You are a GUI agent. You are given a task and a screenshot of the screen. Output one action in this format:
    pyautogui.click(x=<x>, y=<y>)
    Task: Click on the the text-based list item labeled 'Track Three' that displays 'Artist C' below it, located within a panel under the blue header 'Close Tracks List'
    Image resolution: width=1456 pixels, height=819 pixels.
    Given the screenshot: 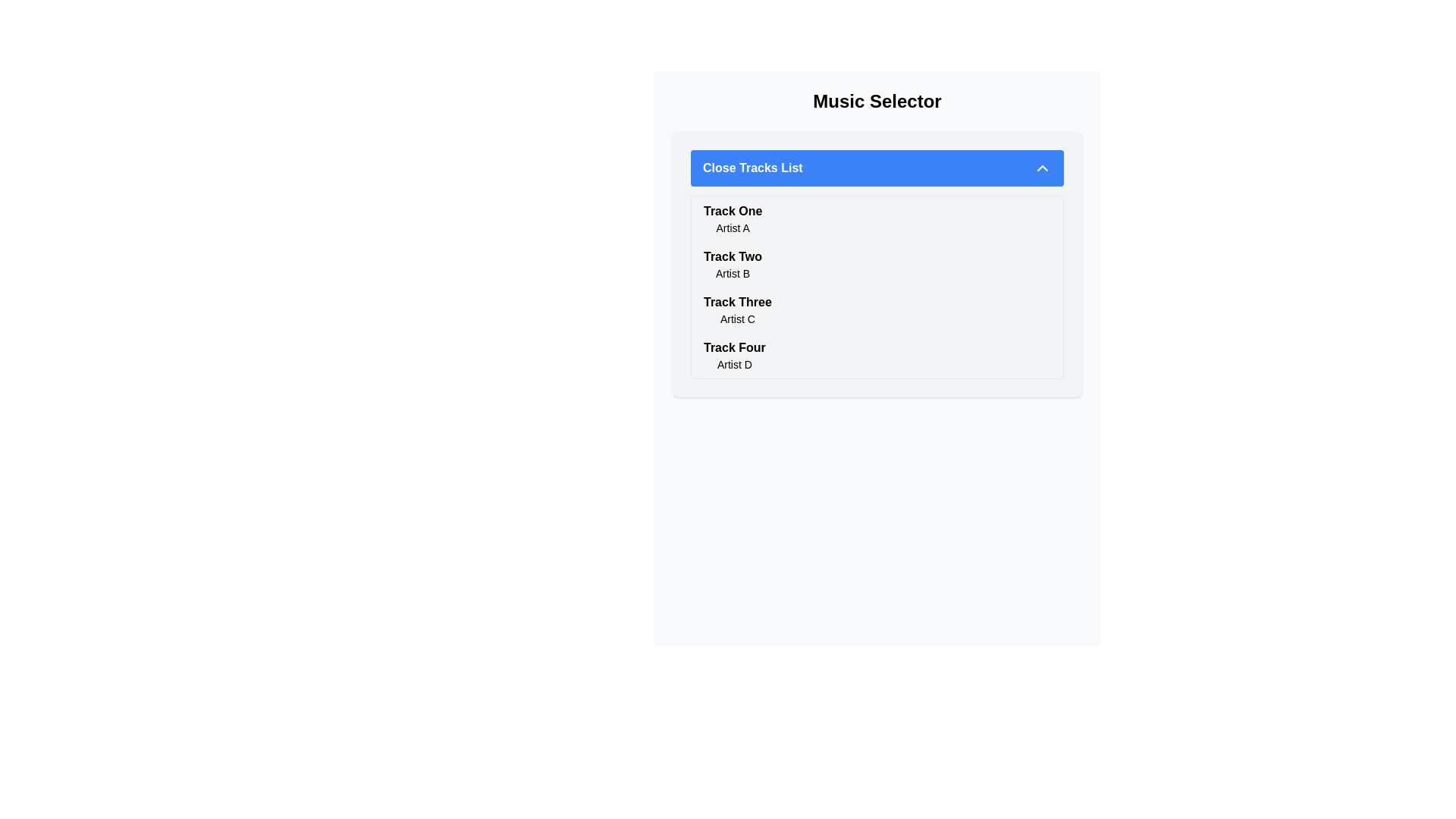 What is the action you would take?
    pyautogui.click(x=737, y=309)
    